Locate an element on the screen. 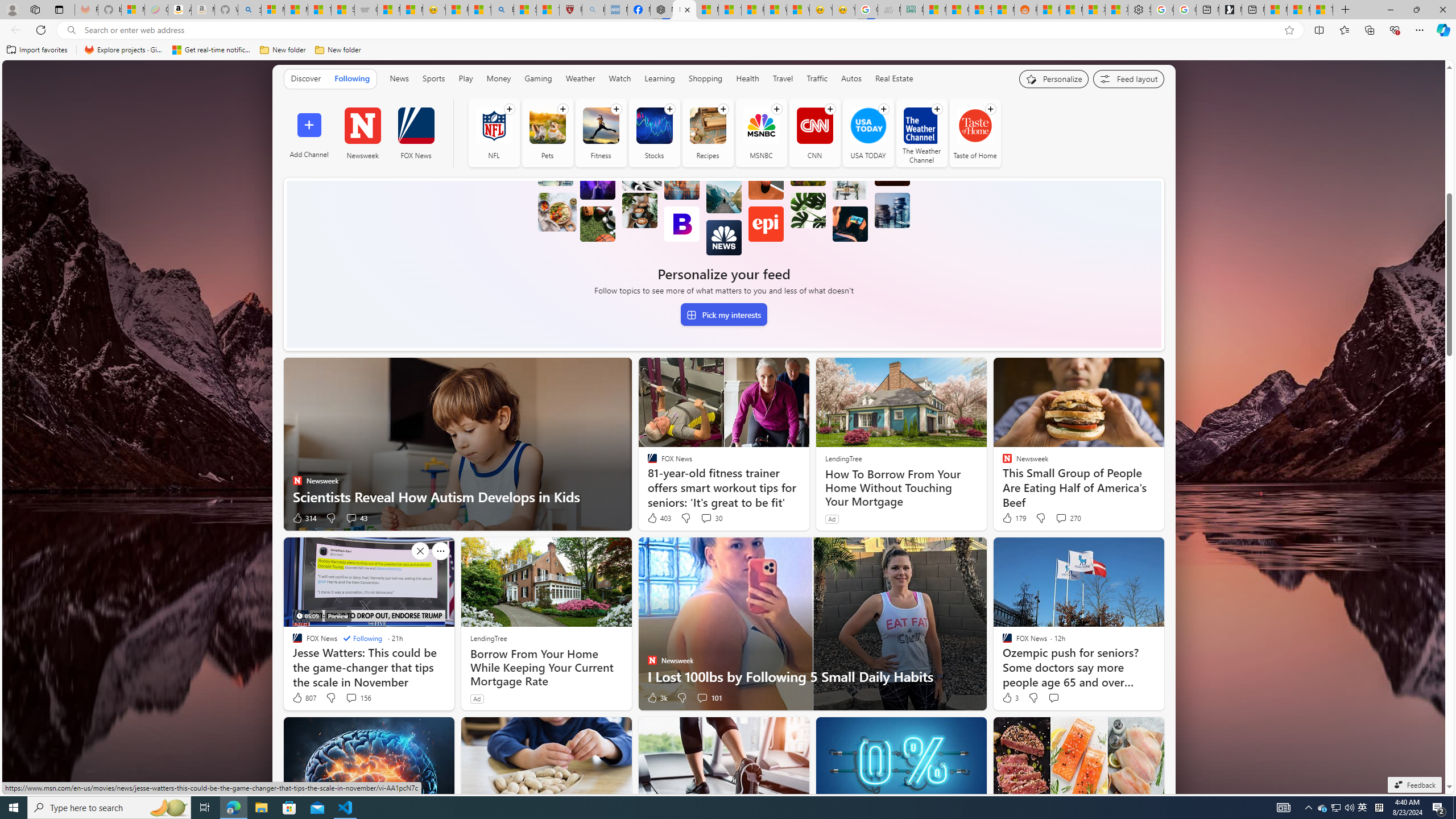  'Autos' is located at coordinates (851, 78).